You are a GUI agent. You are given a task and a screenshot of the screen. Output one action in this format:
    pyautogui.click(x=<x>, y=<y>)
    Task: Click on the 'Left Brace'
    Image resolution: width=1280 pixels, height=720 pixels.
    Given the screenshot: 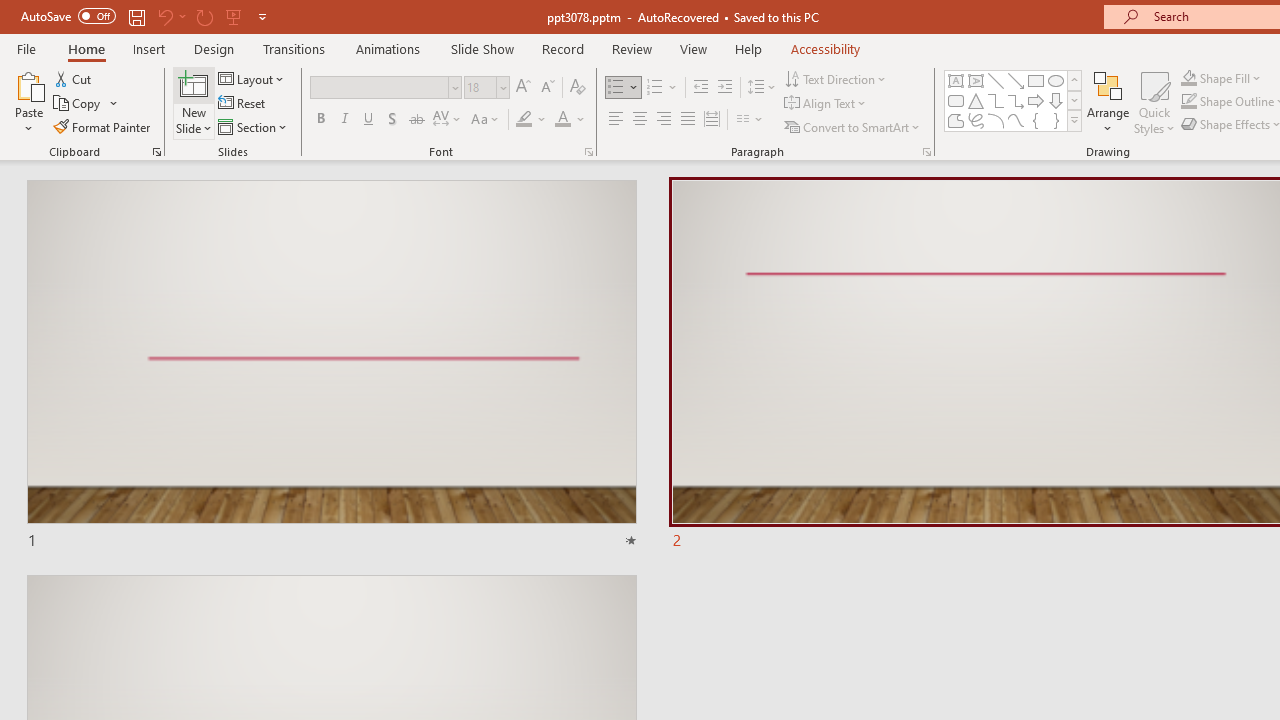 What is the action you would take?
    pyautogui.click(x=1036, y=120)
    